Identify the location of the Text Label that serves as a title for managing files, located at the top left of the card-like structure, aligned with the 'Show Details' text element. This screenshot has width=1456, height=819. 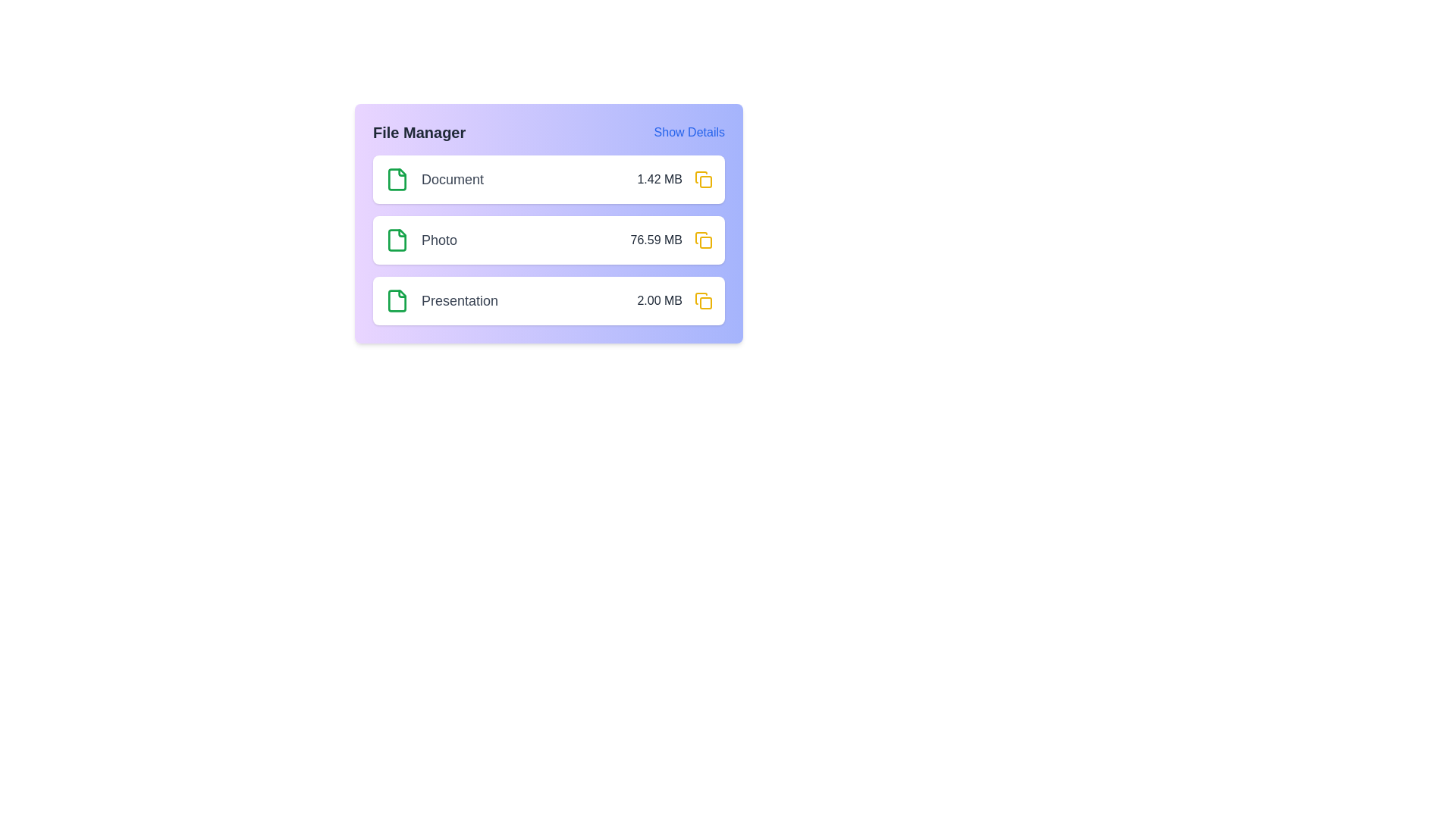
(419, 131).